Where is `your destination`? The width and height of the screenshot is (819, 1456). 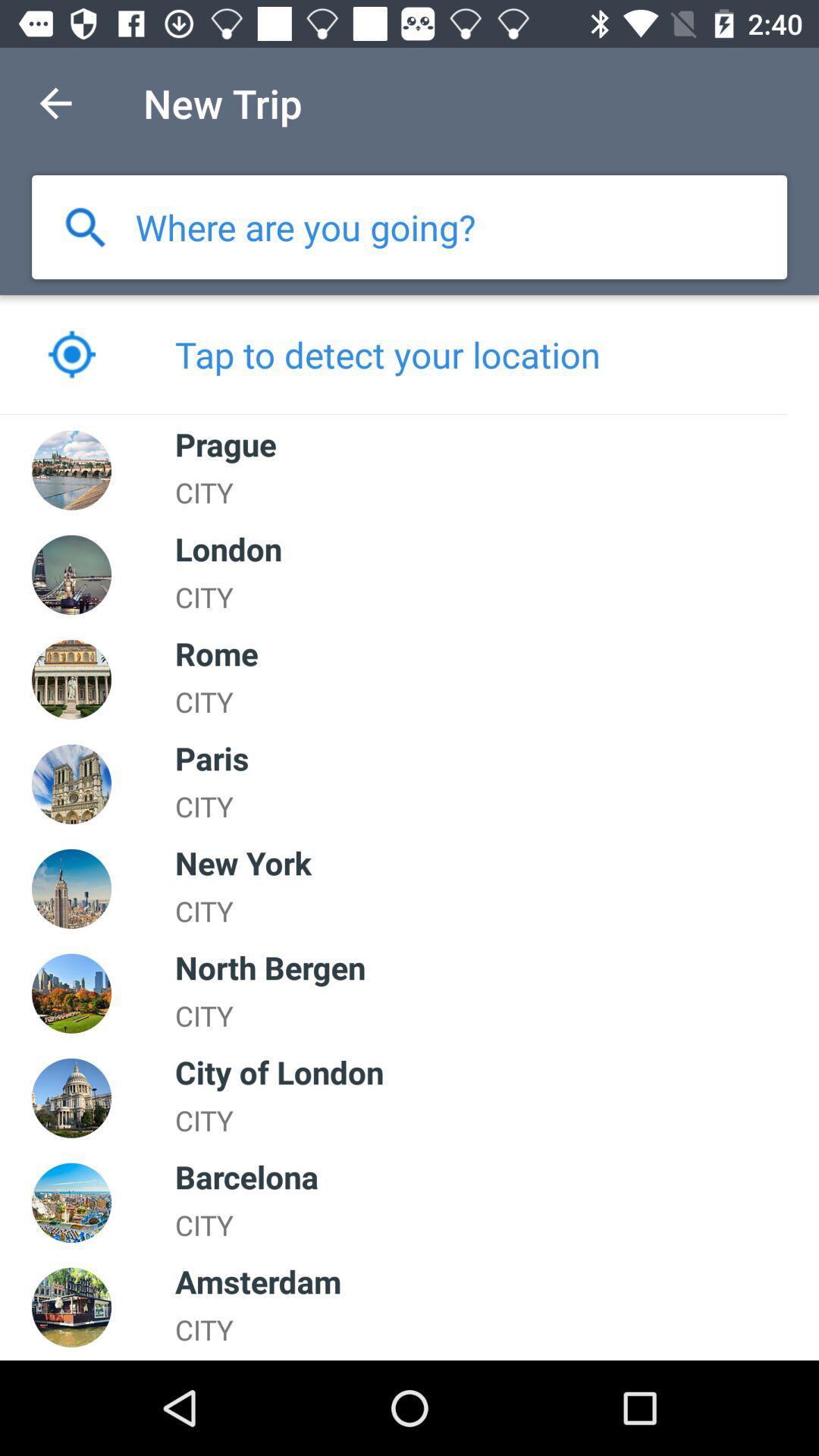
your destination is located at coordinates (306, 226).